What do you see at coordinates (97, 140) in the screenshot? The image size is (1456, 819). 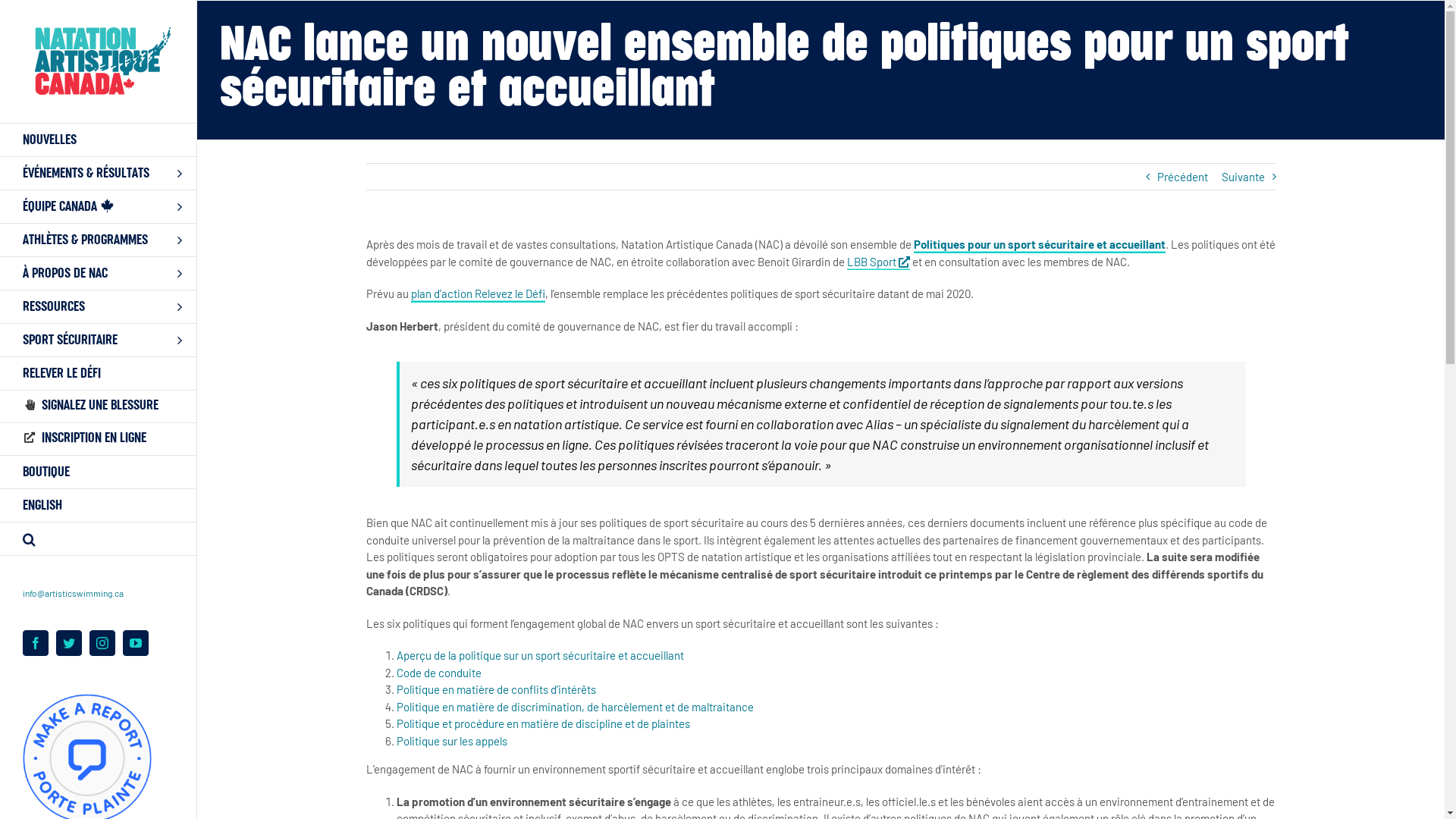 I see `'NOUVELLES'` at bounding box center [97, 140].